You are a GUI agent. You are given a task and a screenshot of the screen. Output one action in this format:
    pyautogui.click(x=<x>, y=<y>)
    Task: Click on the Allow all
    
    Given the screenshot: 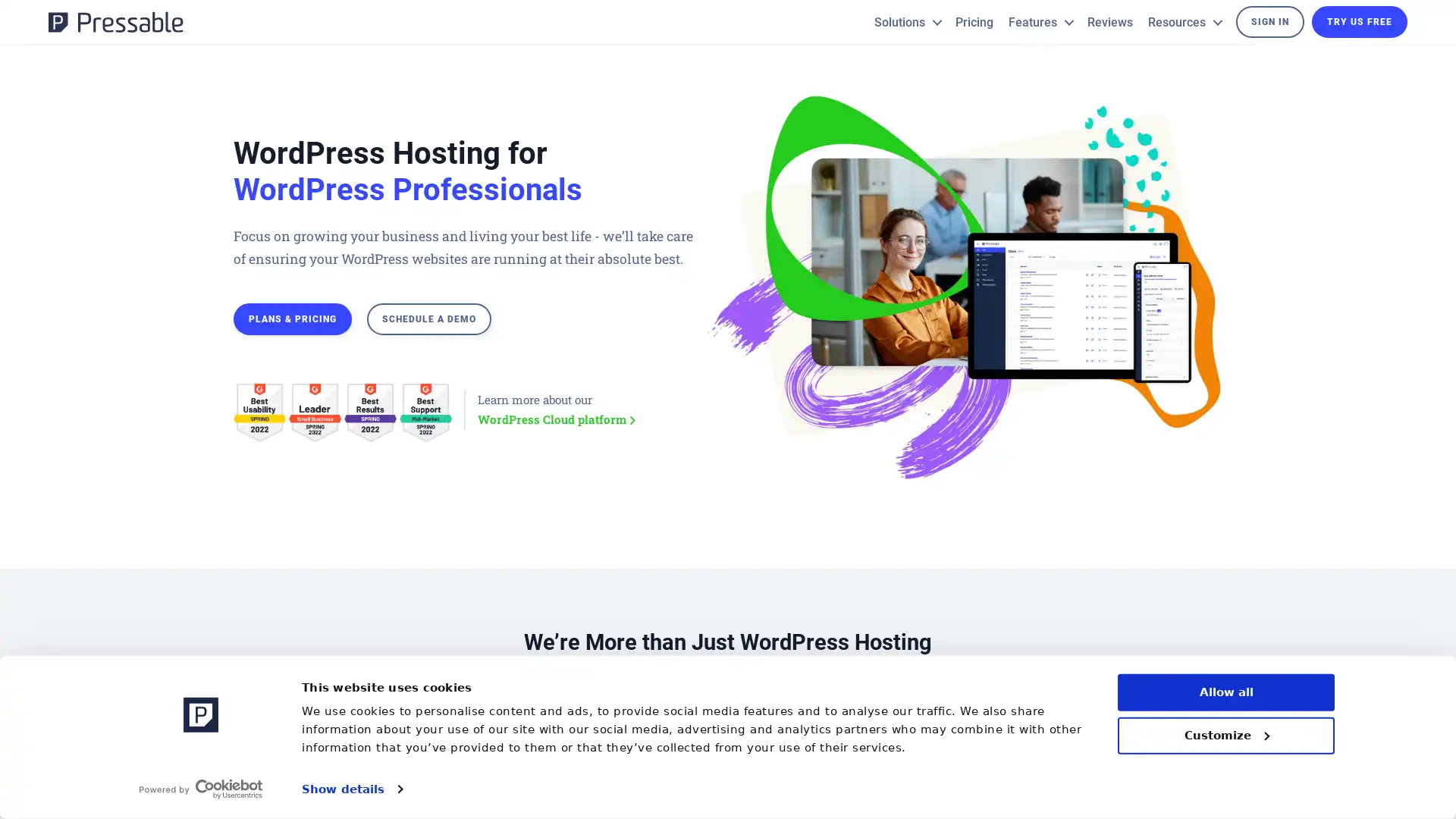 What is the action you would take?
    pyautogui.click(x=1226, y=692)
    